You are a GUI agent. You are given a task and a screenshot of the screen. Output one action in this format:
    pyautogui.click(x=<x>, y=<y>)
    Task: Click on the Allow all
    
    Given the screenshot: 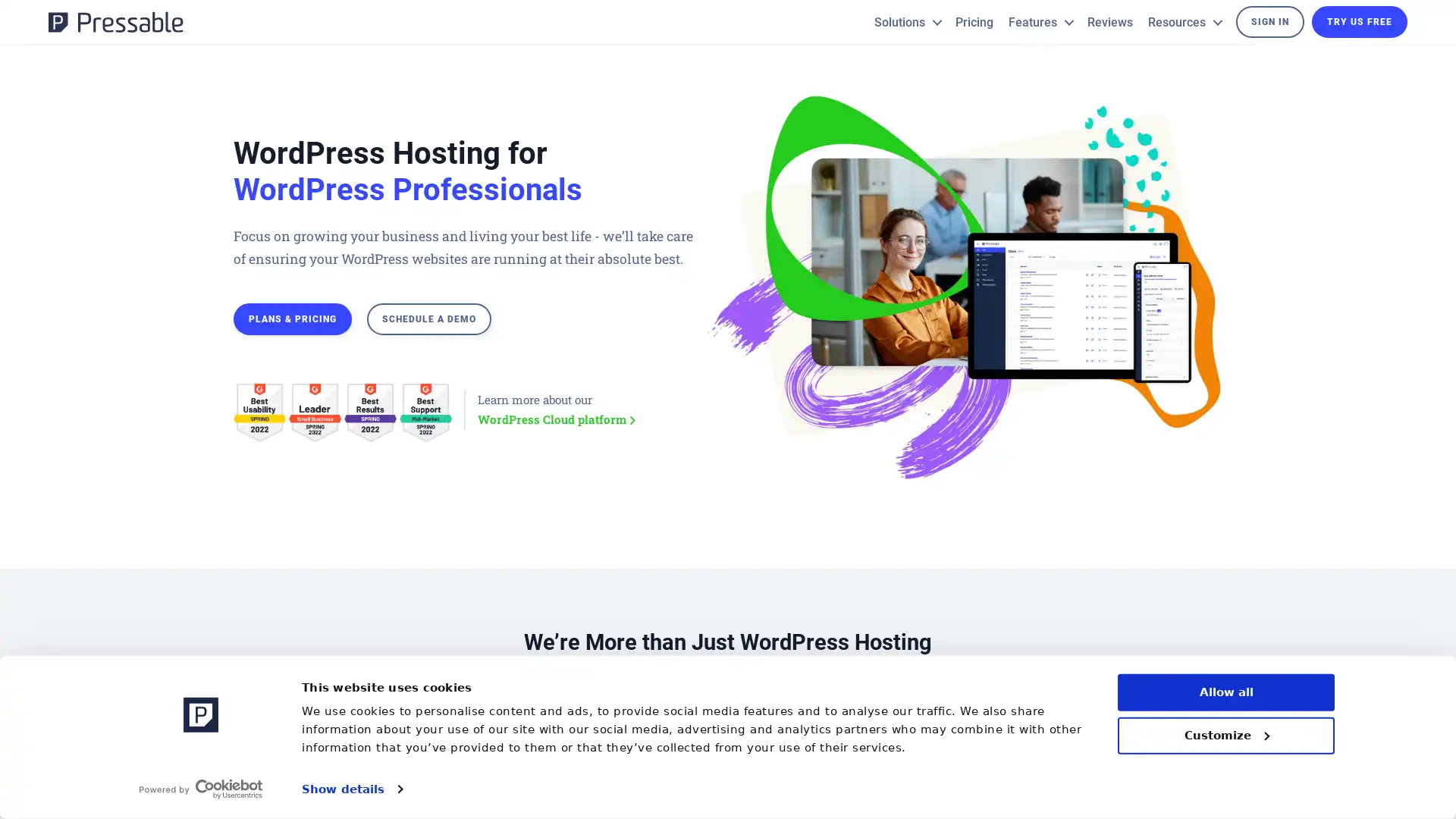 What is the action you would take?
    pyautogui.click(x=1226, y=692)
    